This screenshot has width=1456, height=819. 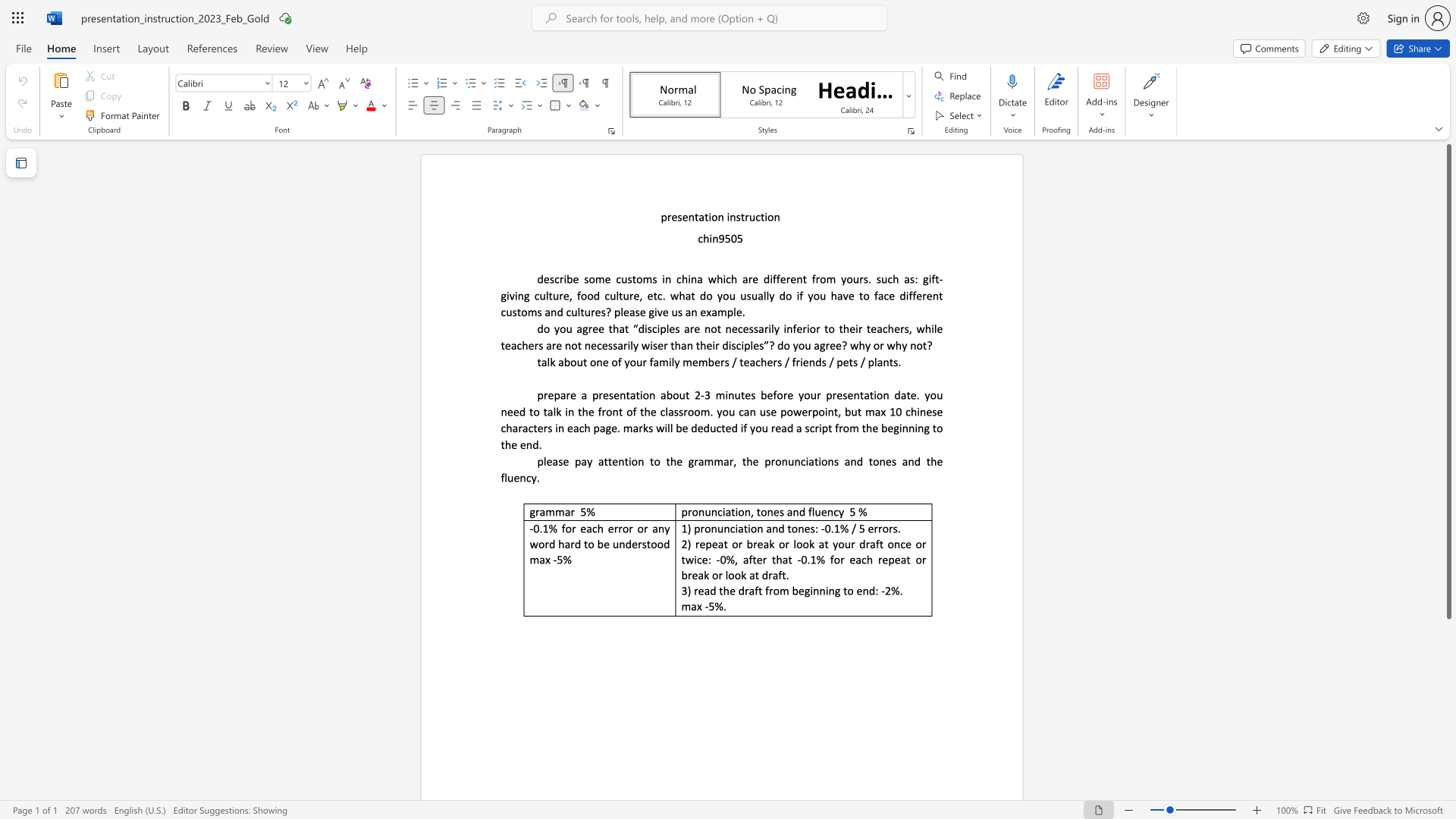 I want to click on the side scrollbar to bring the page down, so click(x=1448, y=698).